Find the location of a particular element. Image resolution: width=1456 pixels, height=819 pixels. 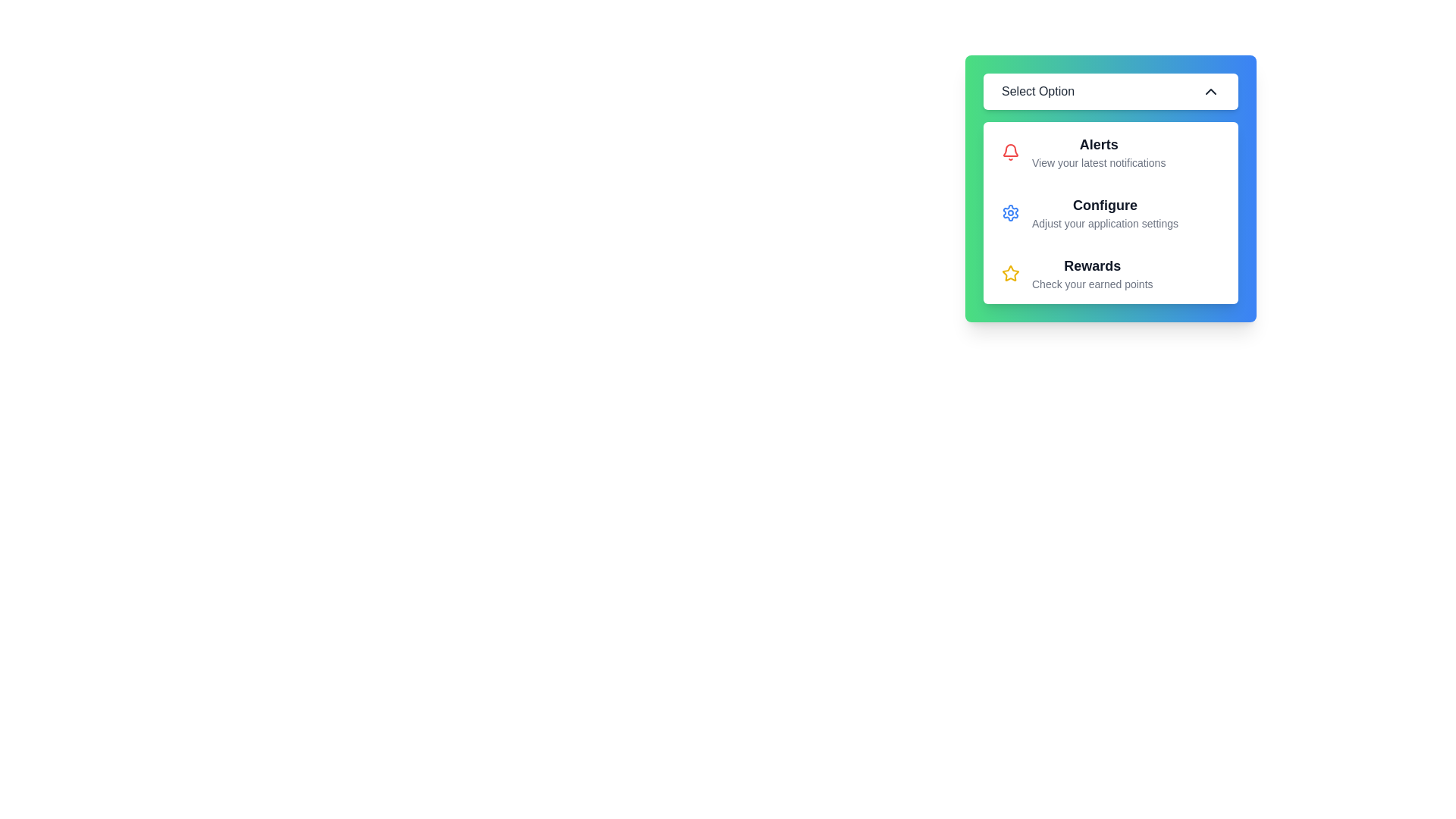

the static text label 'Alerts' which is styled as a bold, large font headline and positioned at the top of the dropdown menu under 'Select Option' is located at coordinates (1099, 145).